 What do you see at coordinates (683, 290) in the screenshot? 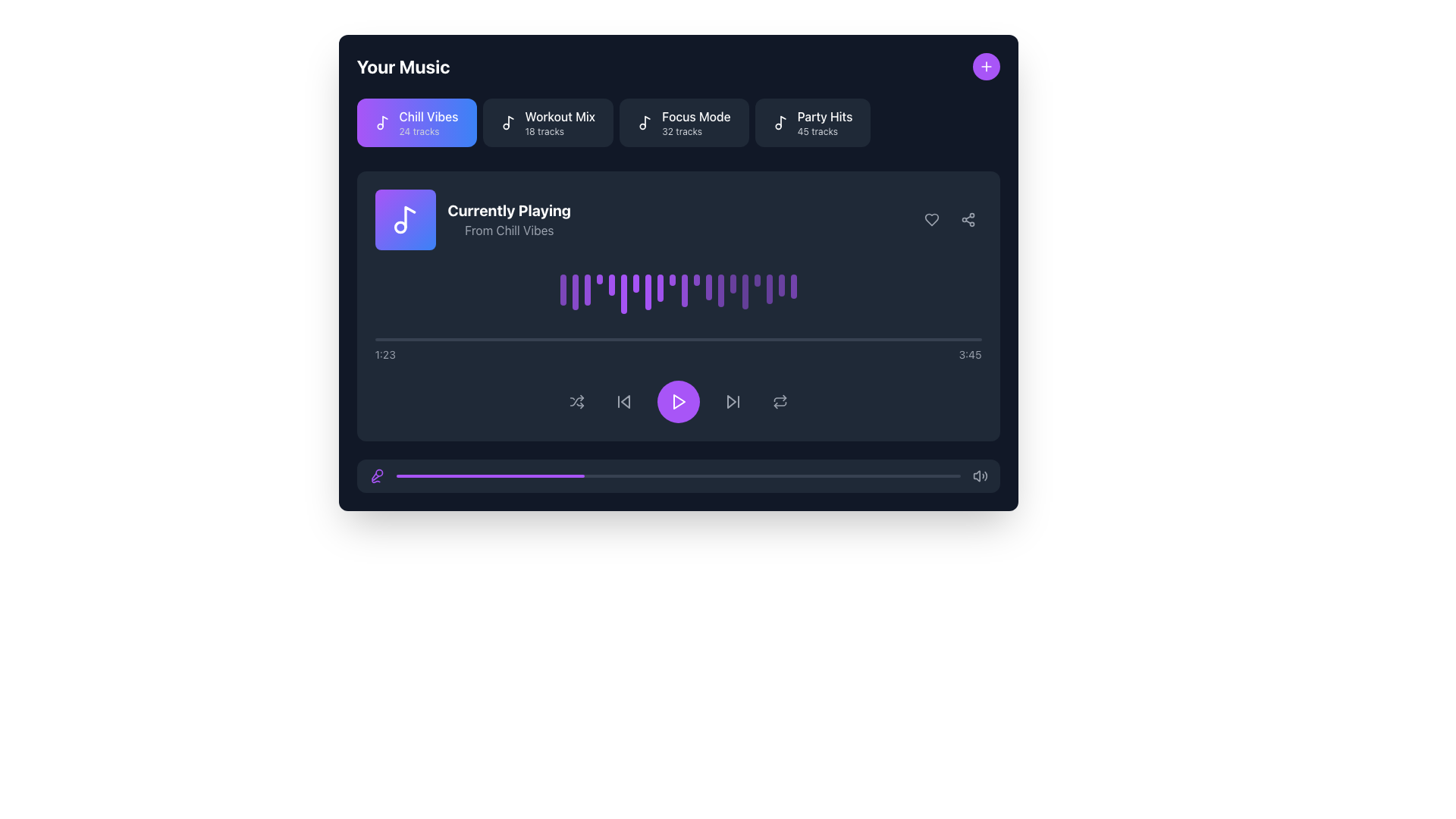
I see `the 11th decorative bar (visualizer bar) in the music visualizer interface, which represents audio dynamics or beats` at bounding box center [683, 290].